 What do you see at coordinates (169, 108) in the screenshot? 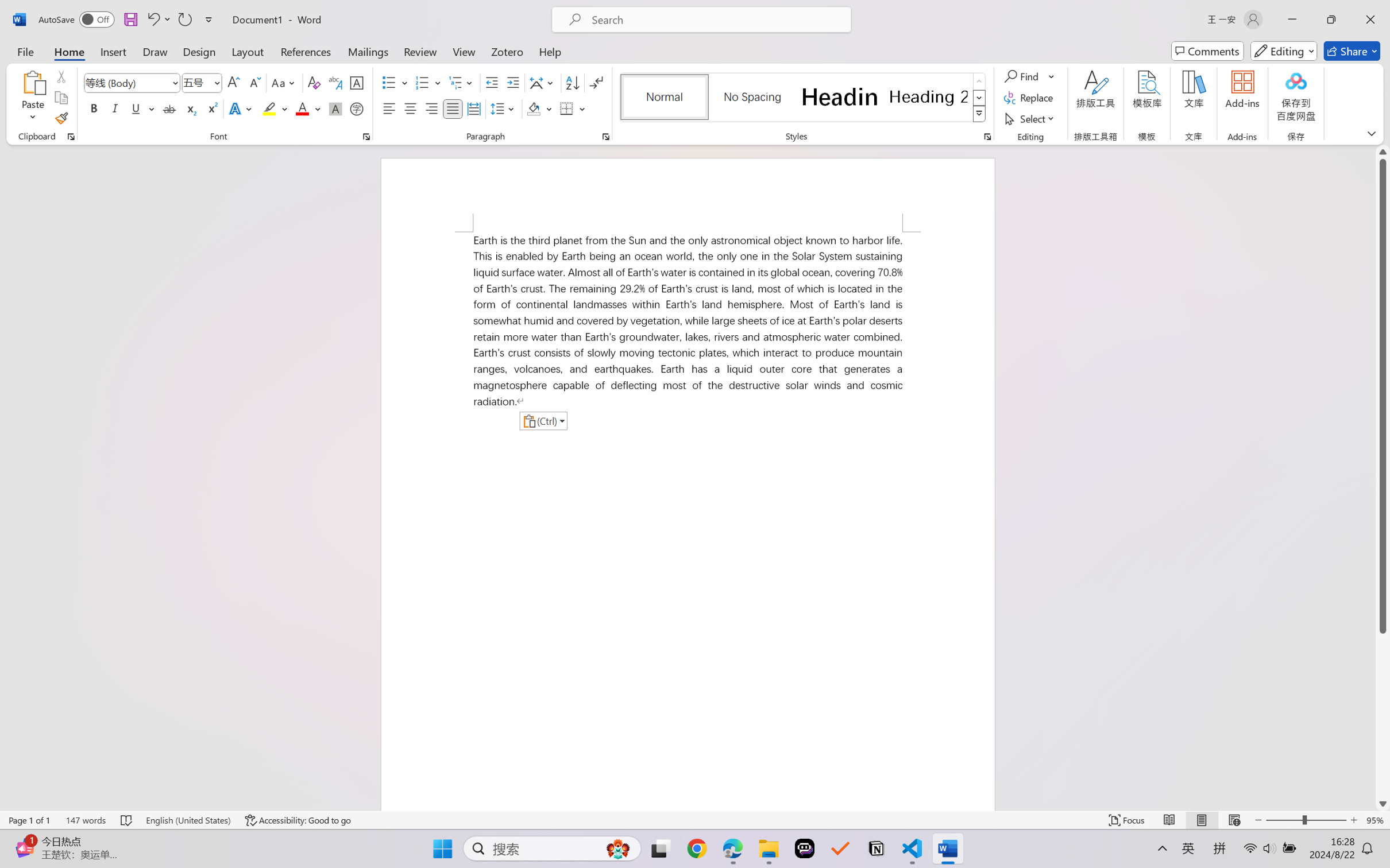
I see `'Strikethrough'` at bounding box center [169, 108].